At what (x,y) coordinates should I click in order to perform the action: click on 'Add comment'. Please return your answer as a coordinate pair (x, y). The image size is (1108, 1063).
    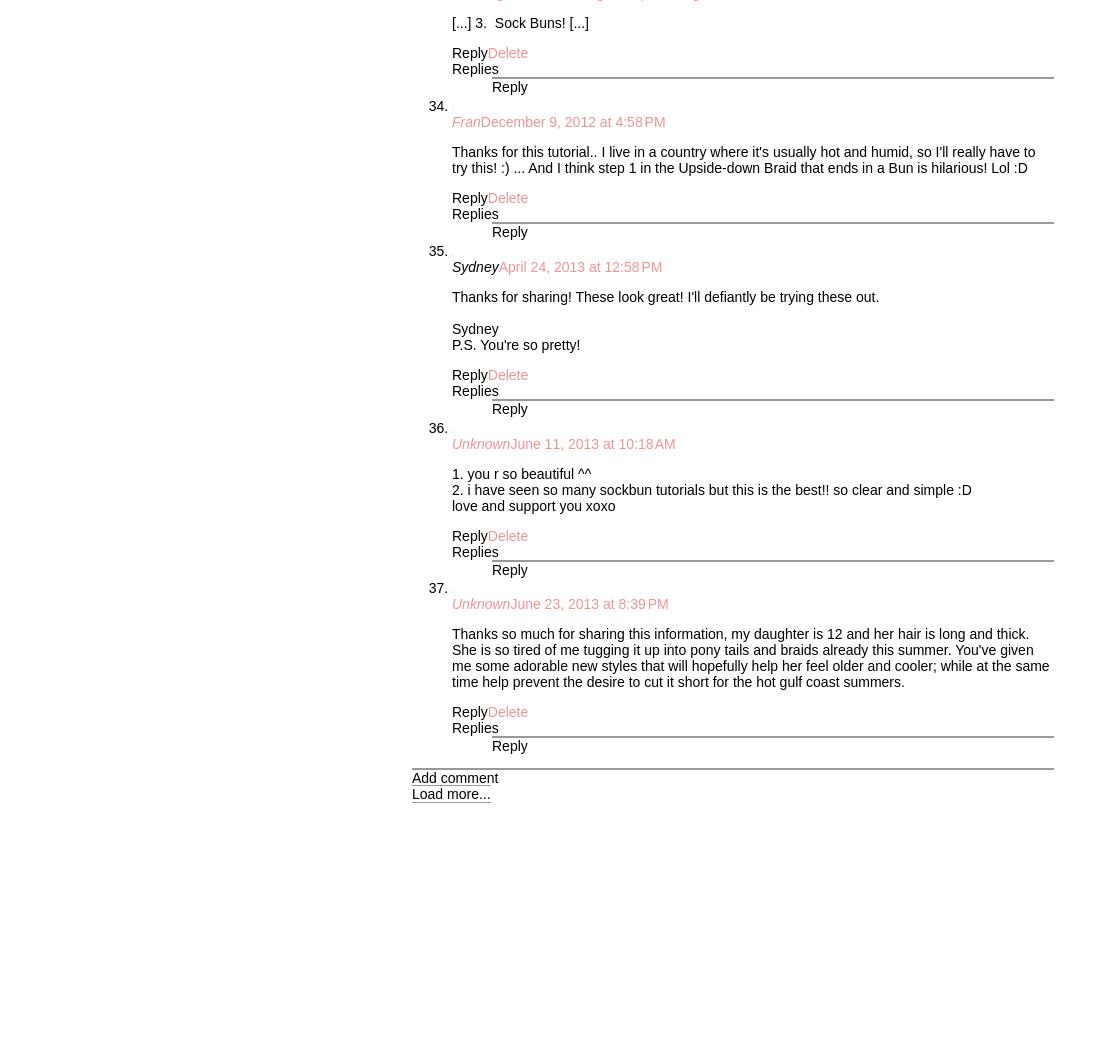
    Looking at the image, I should click on (453, 777).